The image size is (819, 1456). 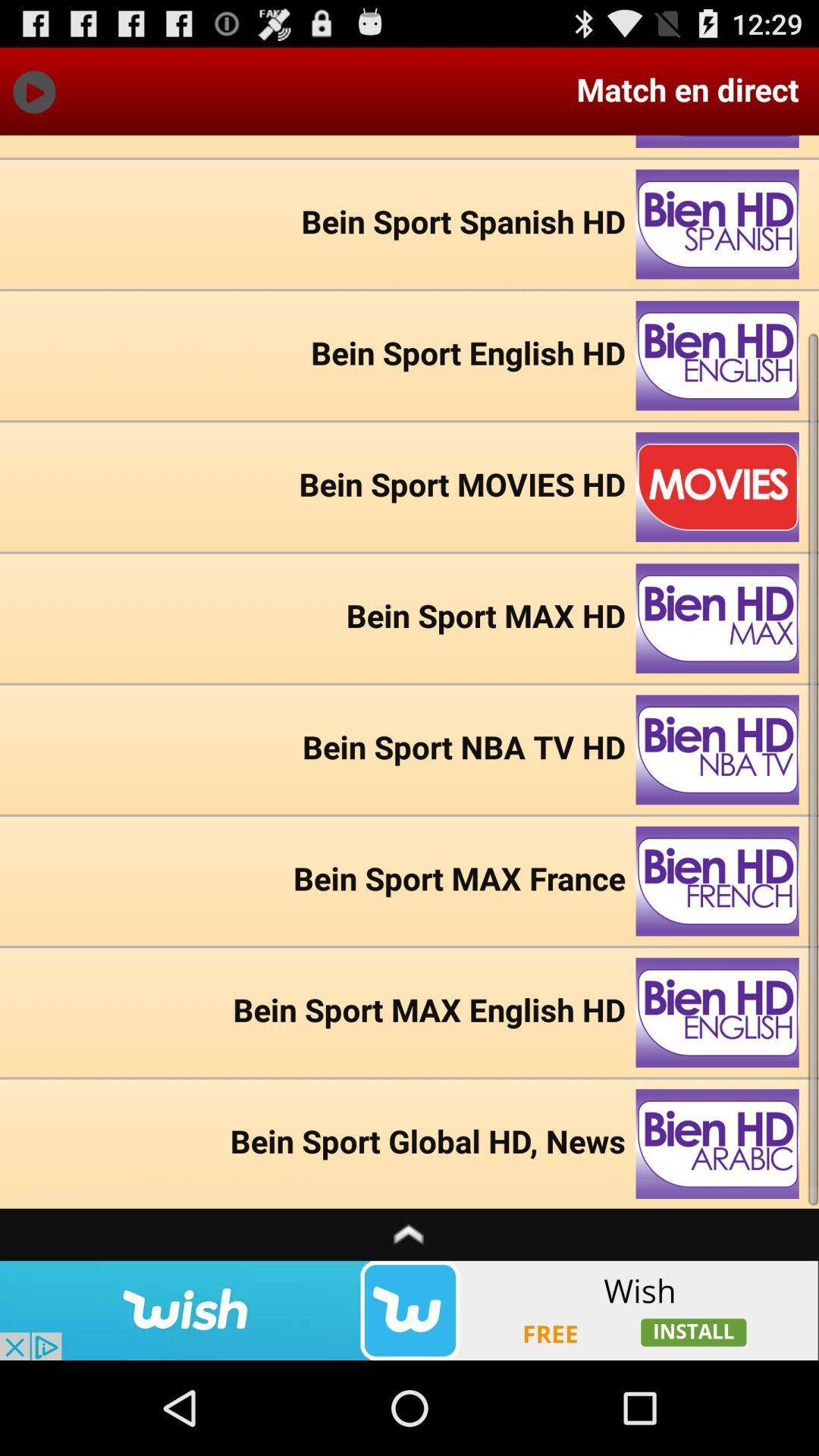 I want to click on the play icon, so click(x=33, y=97).